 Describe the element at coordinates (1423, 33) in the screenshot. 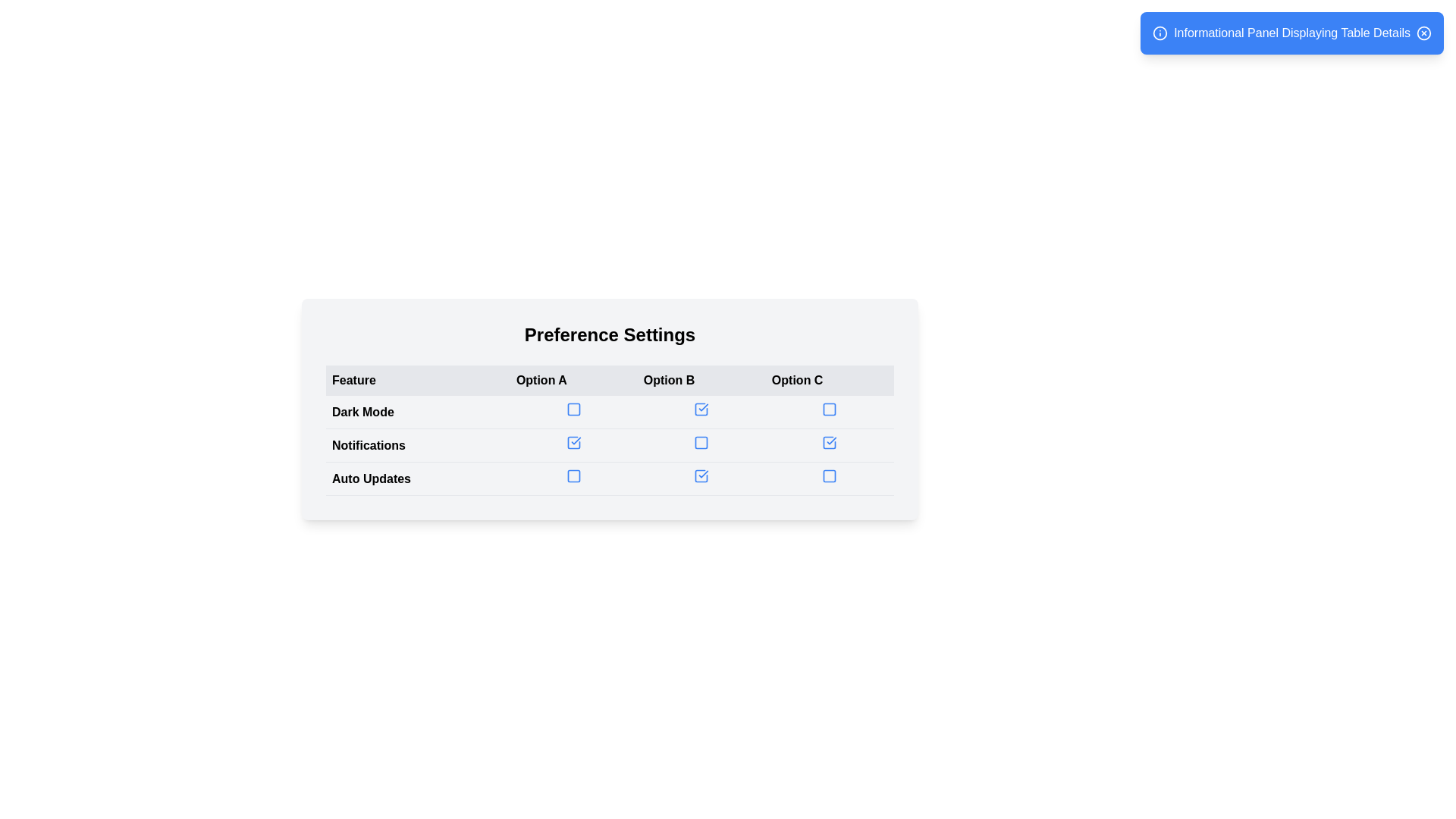

I see `the circular graphical element within the SVG icon located in the top-right corner of the blue rectangular section labeled 'Informational Panel Displaying Table Details' to interact with the close operation` at that location.